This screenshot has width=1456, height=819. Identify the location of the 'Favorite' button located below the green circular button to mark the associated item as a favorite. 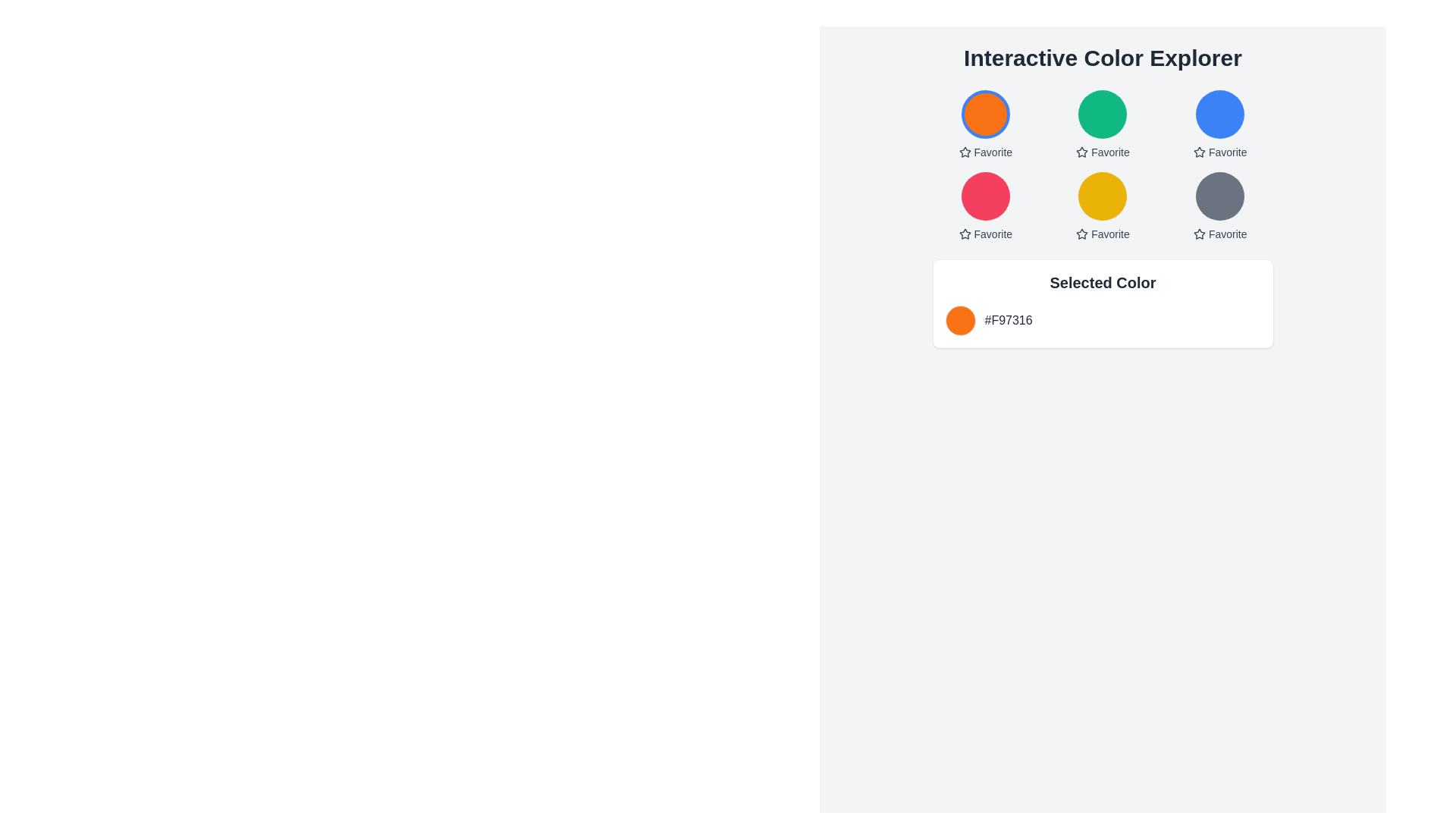
(1103, 152).